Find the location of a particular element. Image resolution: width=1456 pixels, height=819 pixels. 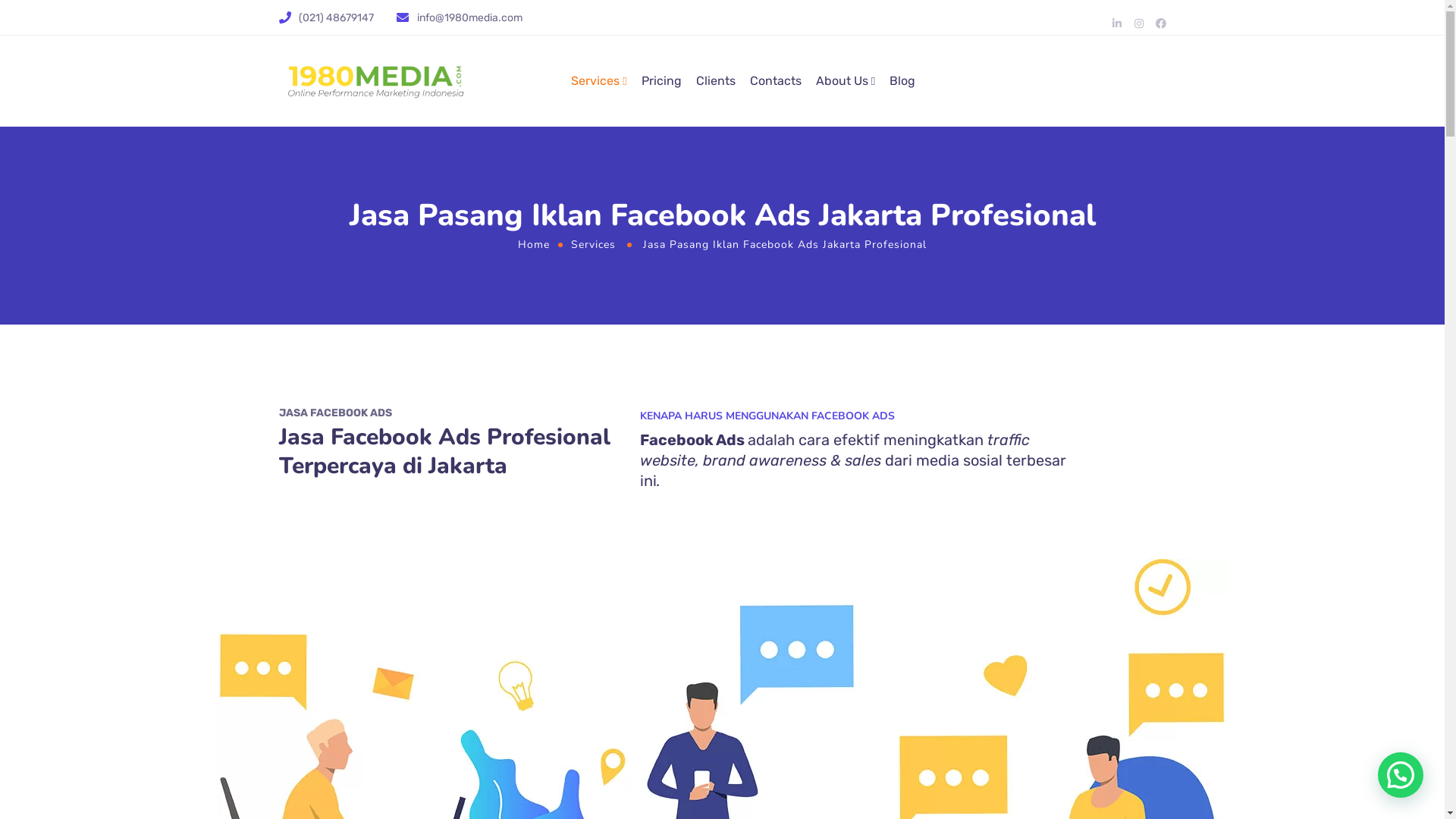

'info@1980media.com' is located at coordinates (469, 17).